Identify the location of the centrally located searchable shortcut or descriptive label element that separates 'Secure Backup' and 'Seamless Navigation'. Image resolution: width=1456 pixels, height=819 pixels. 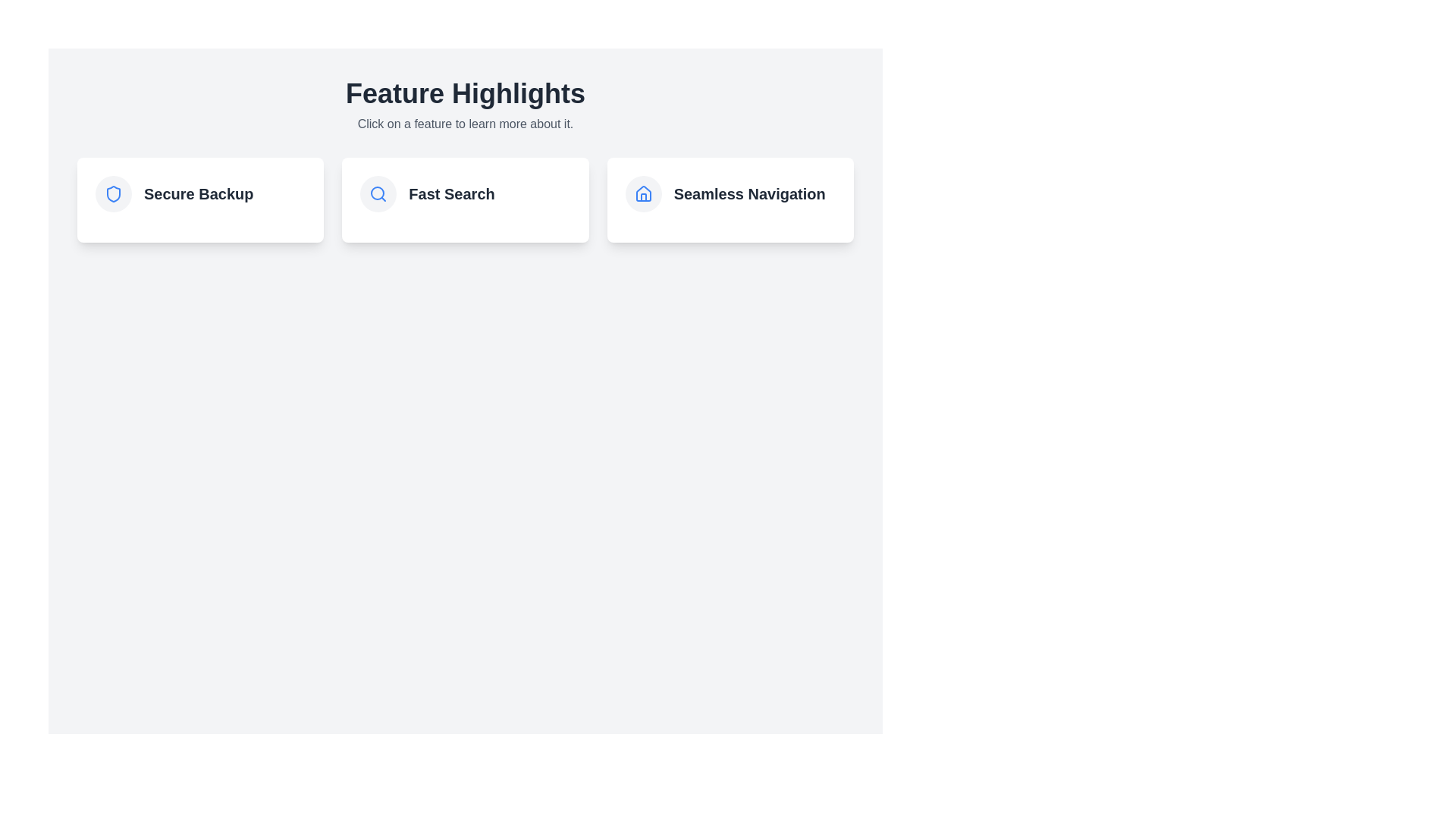
(465, 193).